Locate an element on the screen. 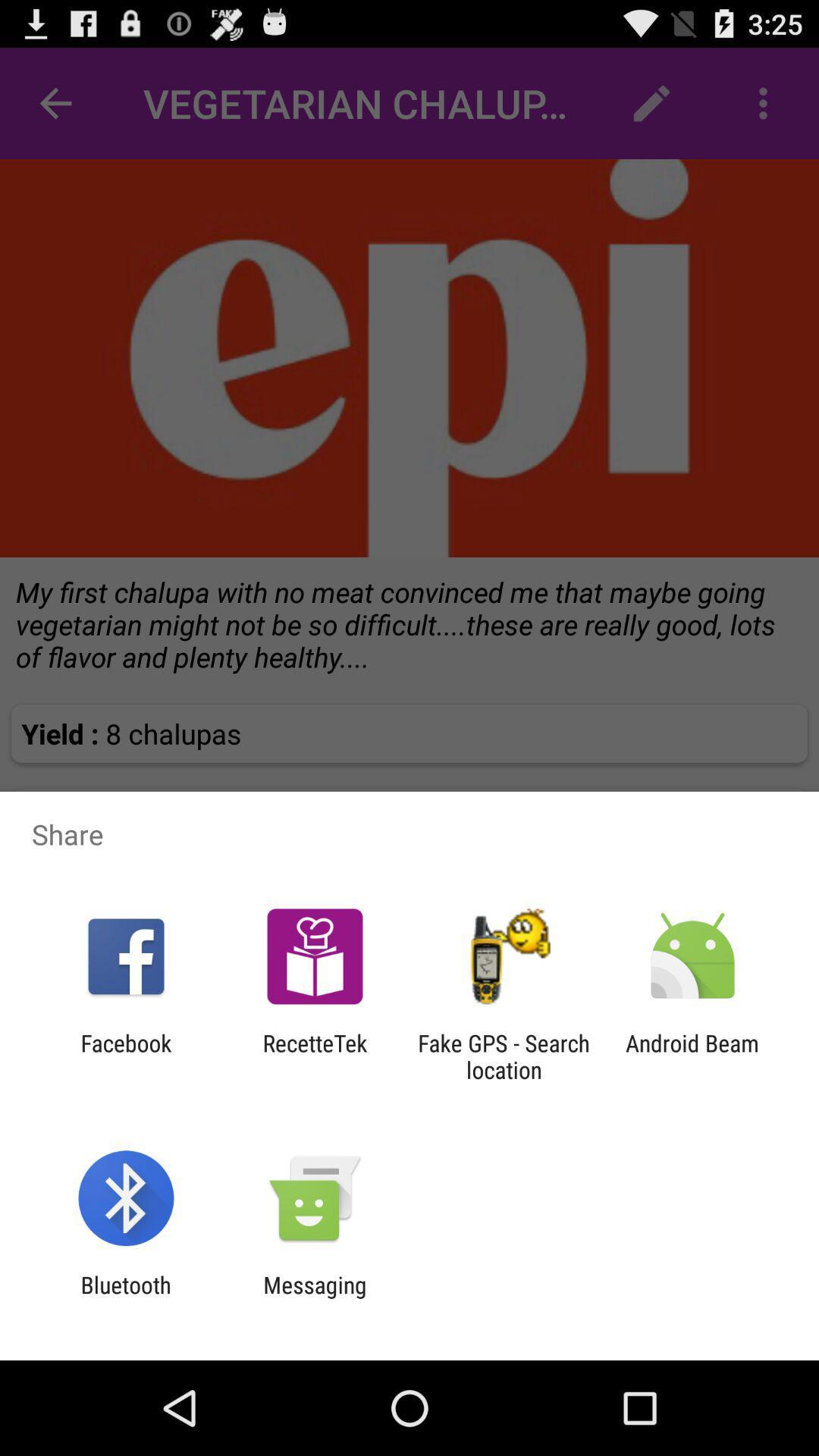  the facebook item is located at coordinates (125, 1056).